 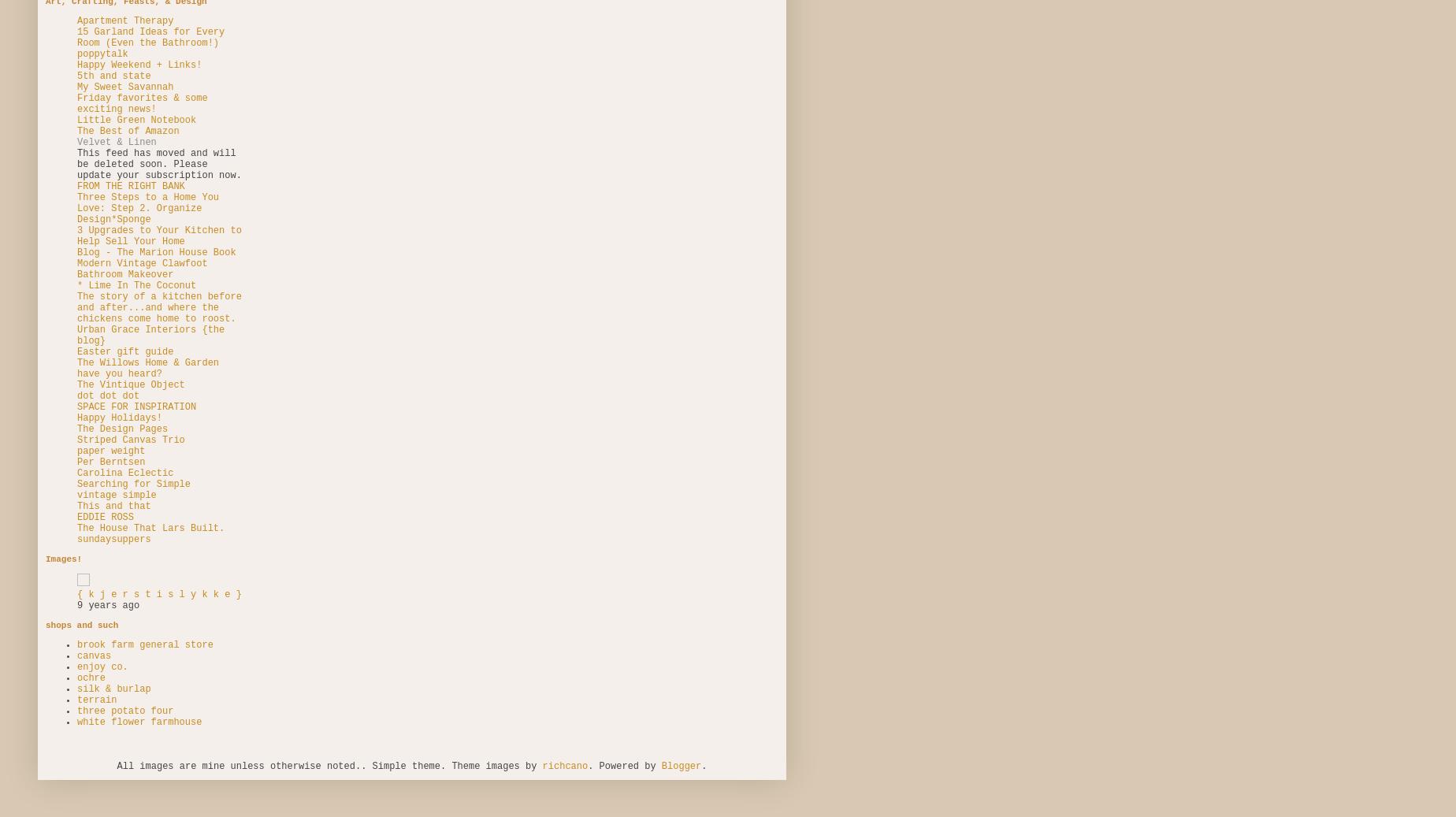 I want to click on 'Searching for Simple', so click(x=76, y=484).